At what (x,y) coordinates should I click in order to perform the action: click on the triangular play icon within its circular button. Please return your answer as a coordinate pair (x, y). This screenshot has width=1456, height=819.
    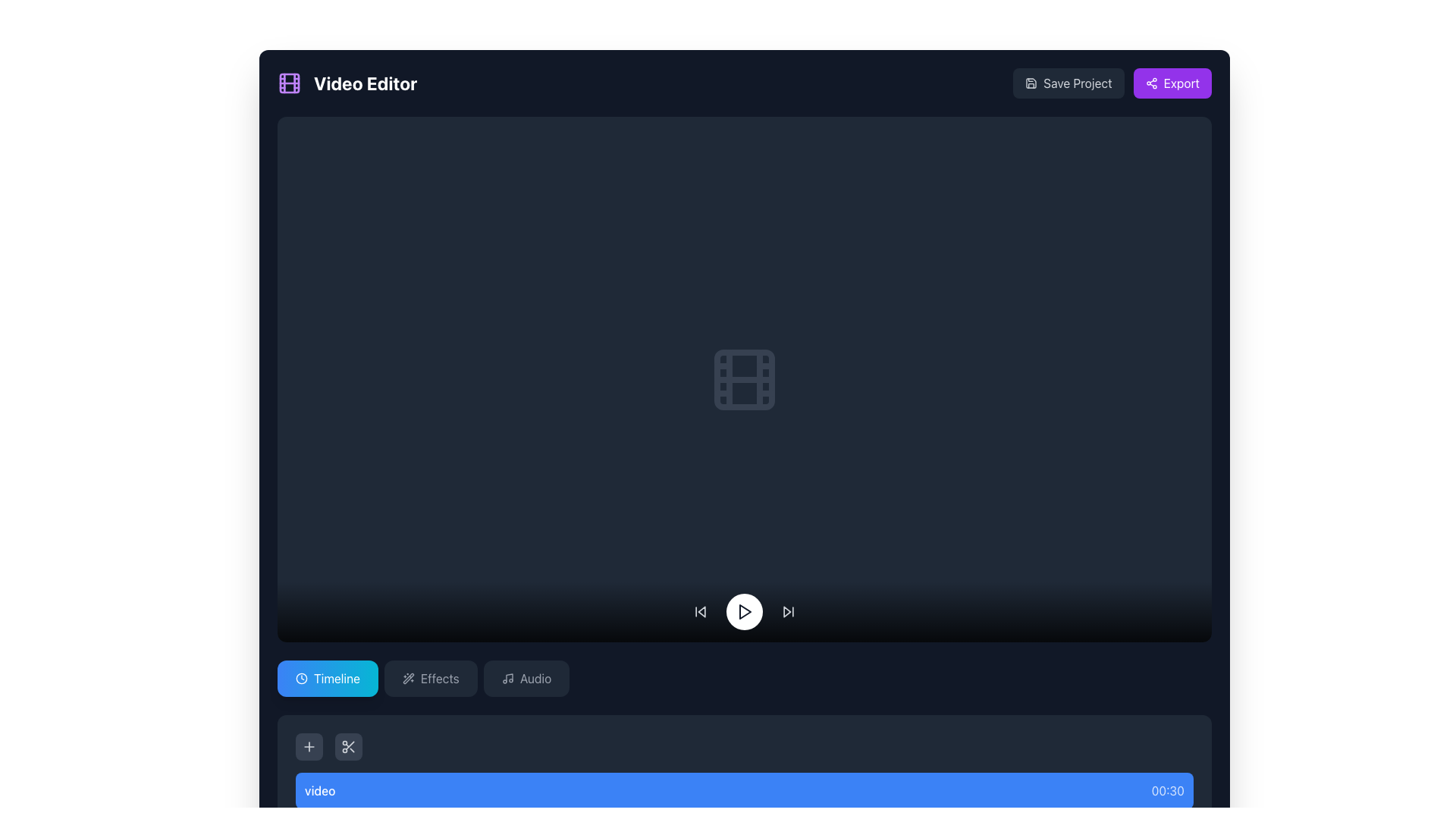
    Looking at the image, I should click on (745, 610).